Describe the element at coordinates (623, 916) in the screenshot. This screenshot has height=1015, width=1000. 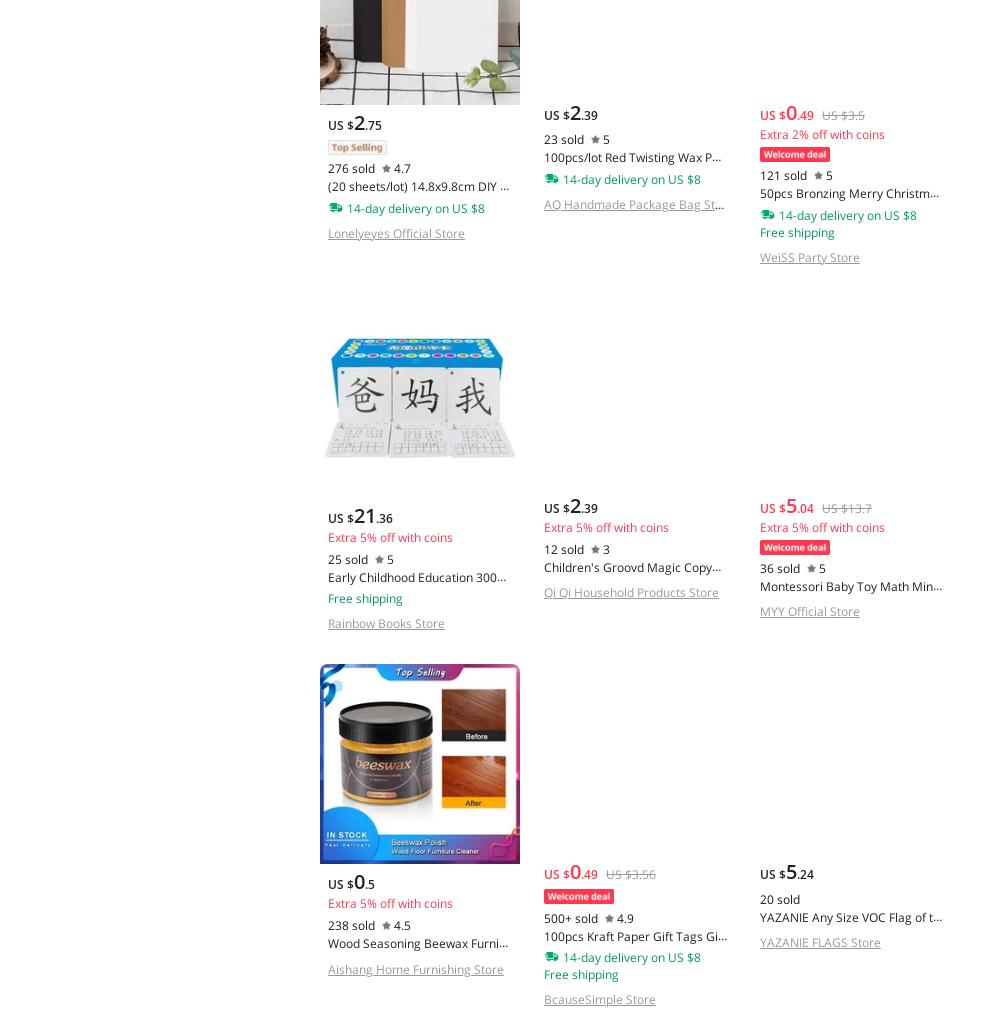
I see `'4.9'` at that location.